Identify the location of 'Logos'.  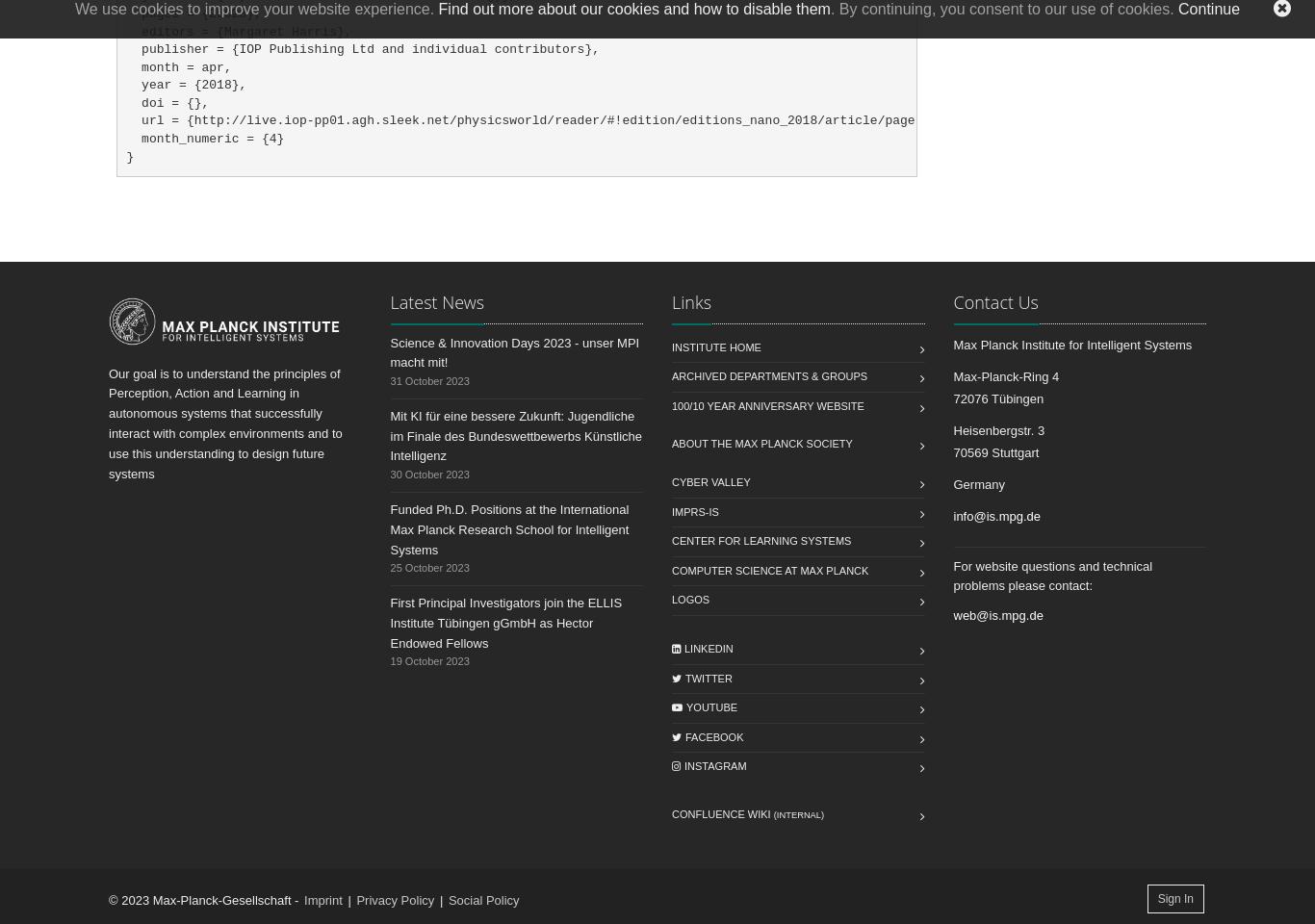
(672, 599).